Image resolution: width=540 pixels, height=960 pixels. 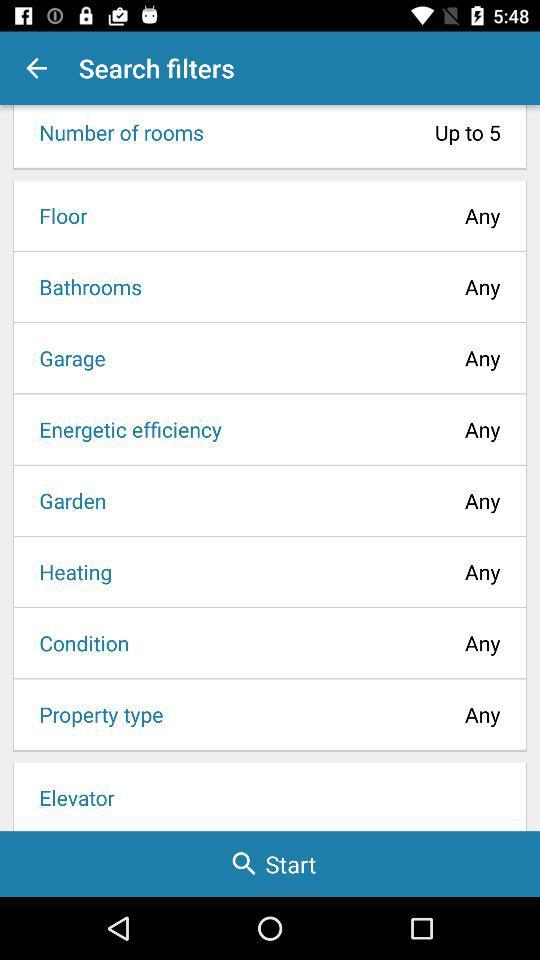 I want to click on item to the left of any item, so click(x=68, y=571).